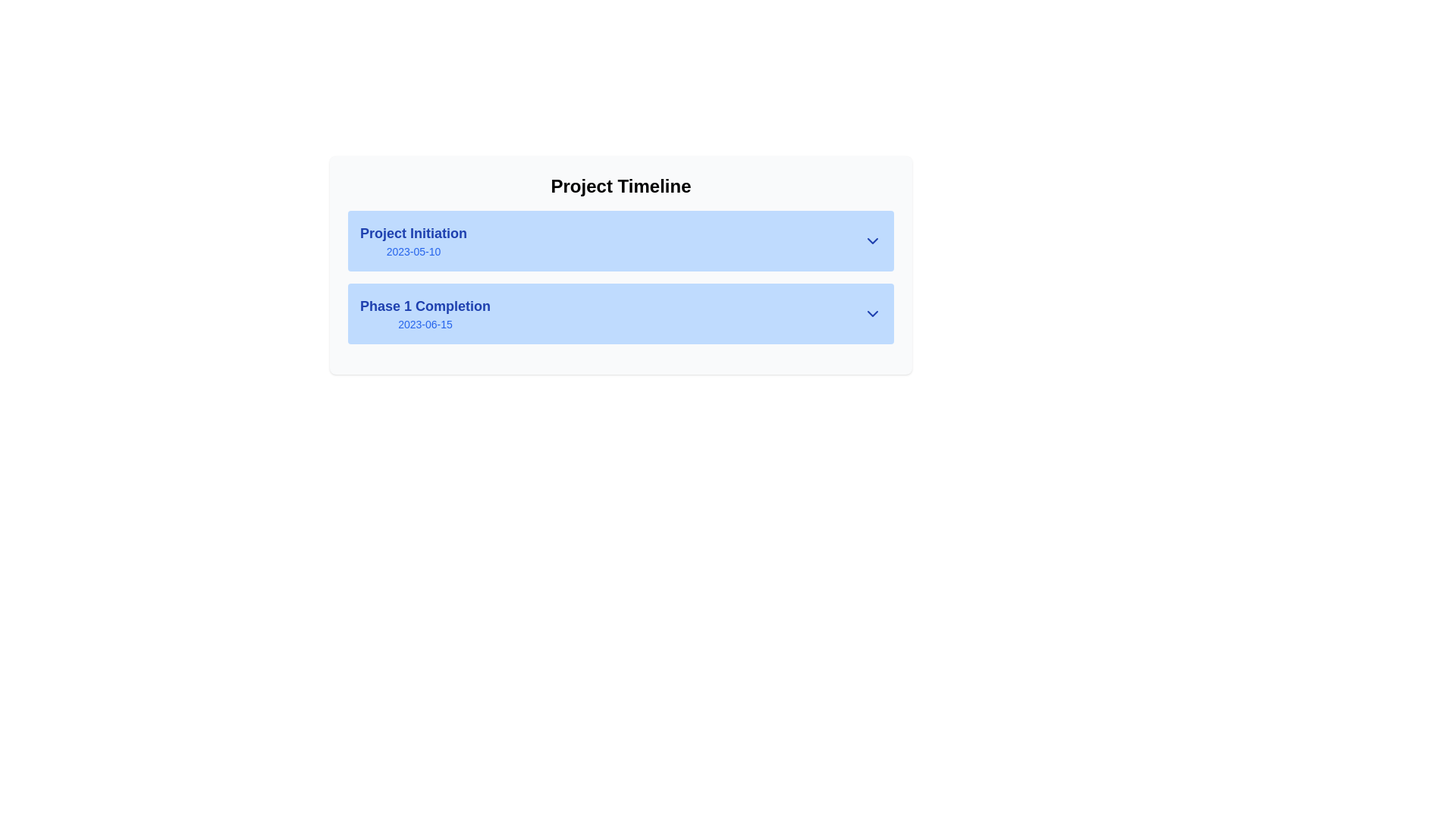  I want to click on the 'Phase 1 Completion' Information Display Section, so click(621, 312).